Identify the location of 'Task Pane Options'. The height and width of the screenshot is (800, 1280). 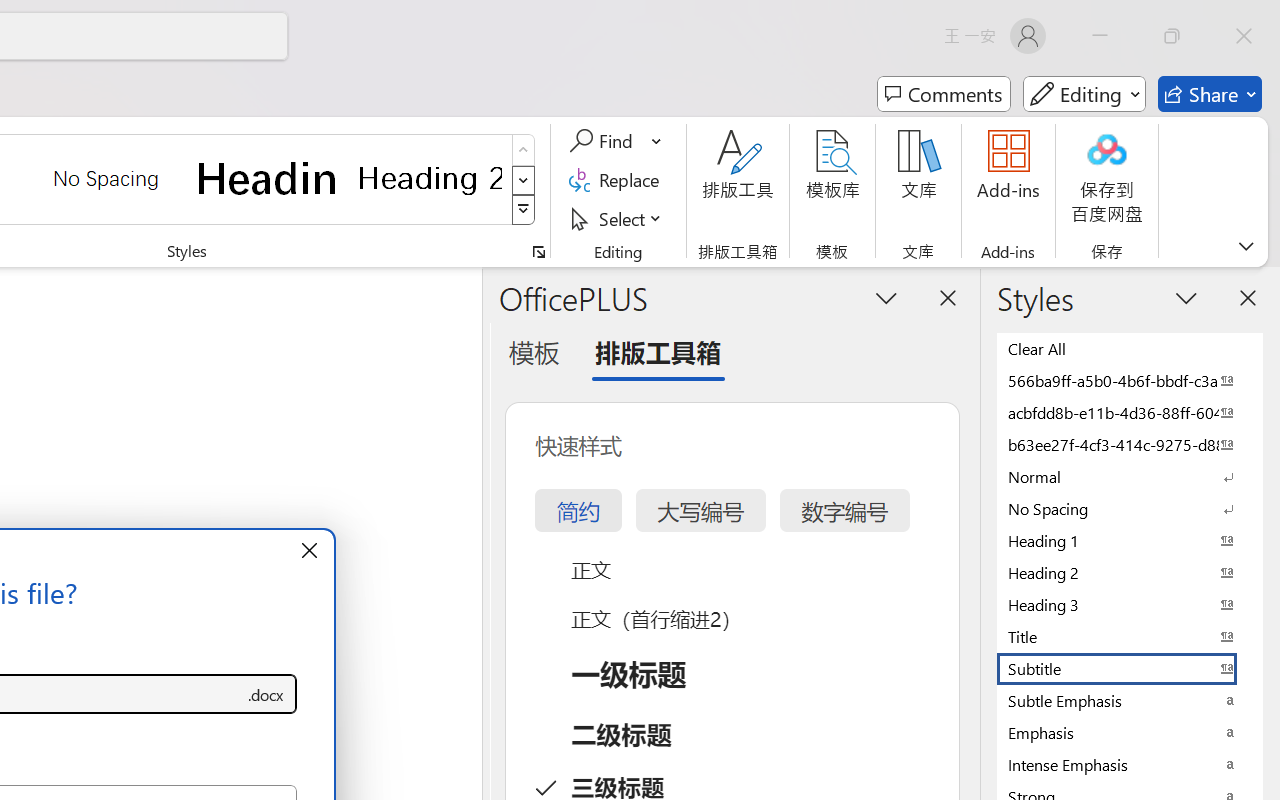
(886, 297).